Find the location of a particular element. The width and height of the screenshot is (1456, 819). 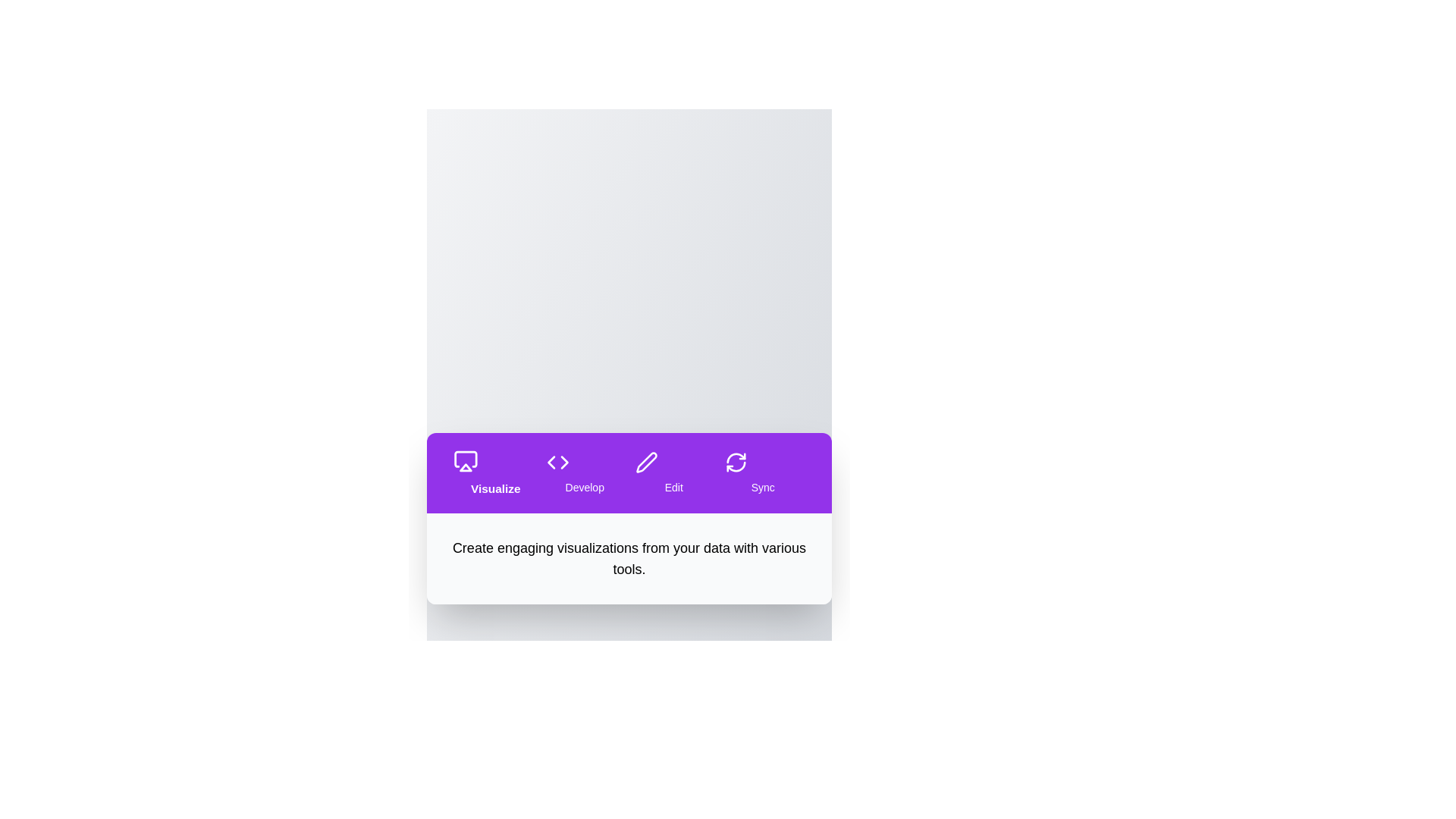

the tab labeled Sync to navigate to its section is located at coordinates (763, 472).